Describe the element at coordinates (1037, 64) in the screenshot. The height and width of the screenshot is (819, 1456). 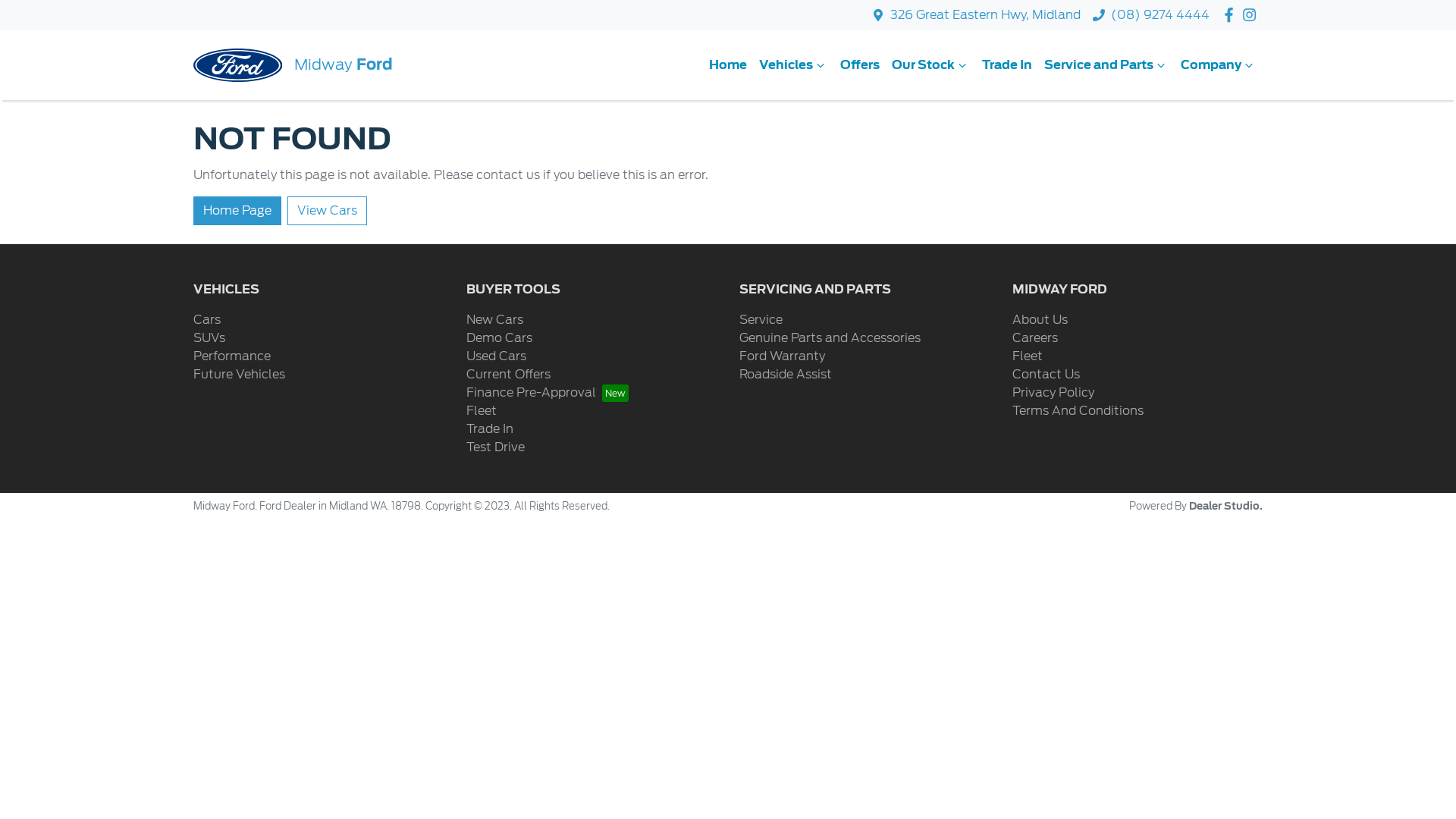
I see `'Service and Parts'` at that location.